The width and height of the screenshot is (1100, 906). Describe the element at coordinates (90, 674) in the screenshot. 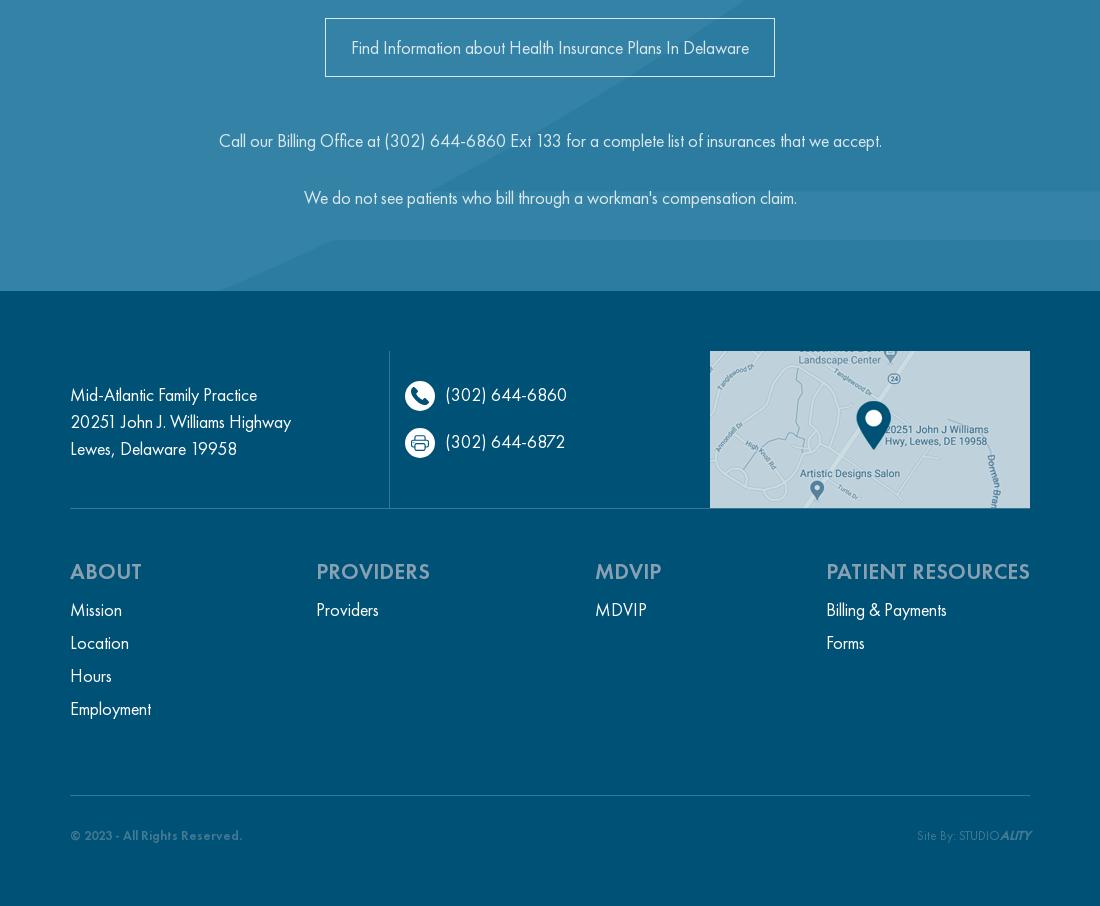

I see `'Hours'` at that location.